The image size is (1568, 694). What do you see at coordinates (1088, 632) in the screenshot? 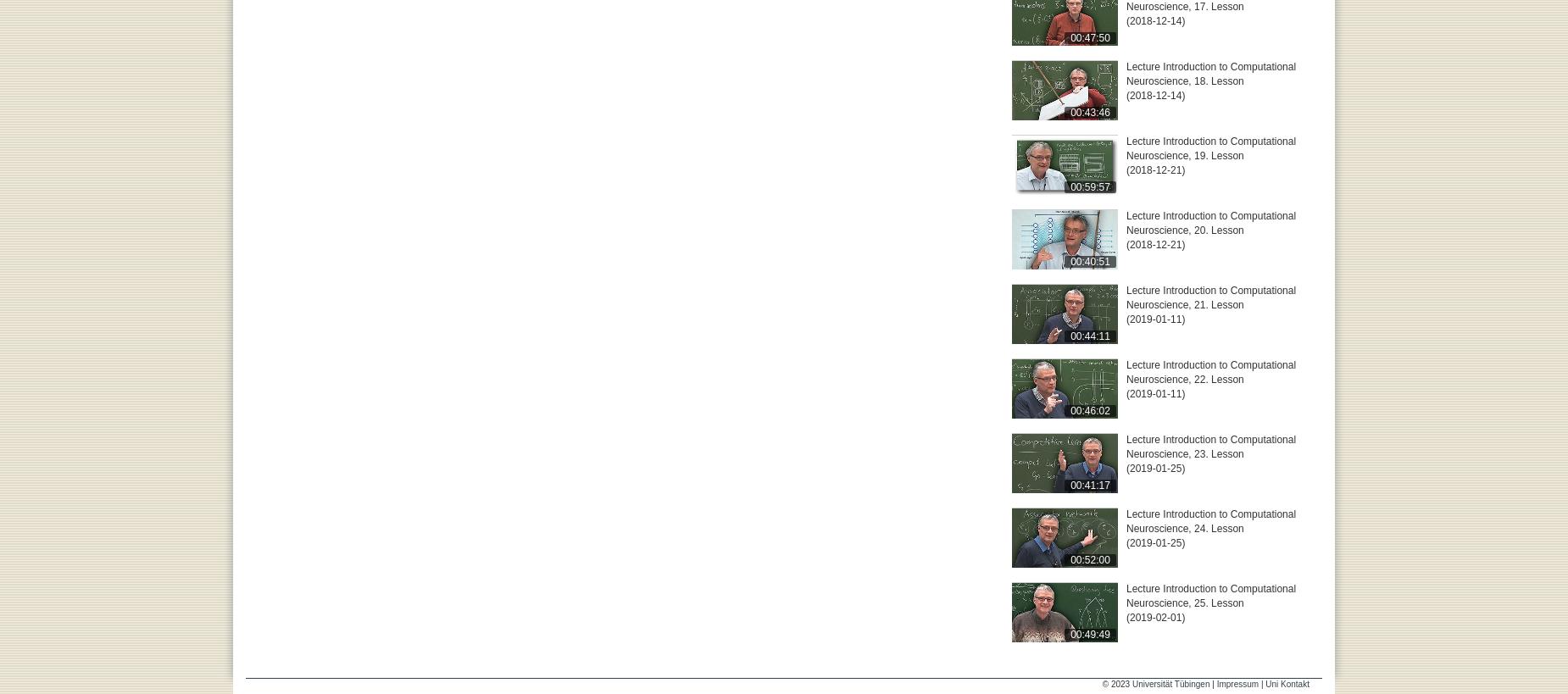
I see `'00:49:49'` at bounding box center [1088, 632].